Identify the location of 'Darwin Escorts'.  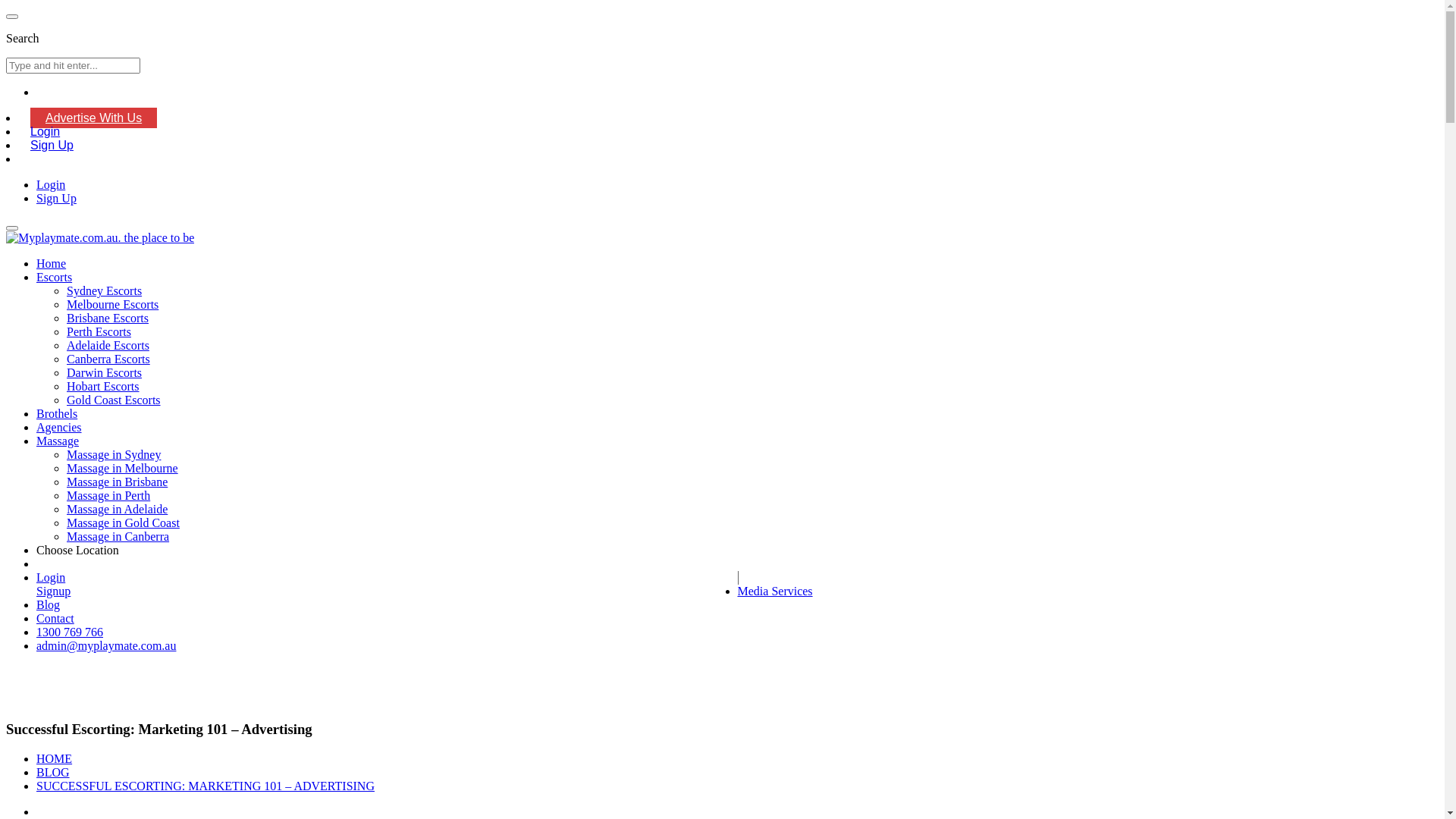
(65, 372).